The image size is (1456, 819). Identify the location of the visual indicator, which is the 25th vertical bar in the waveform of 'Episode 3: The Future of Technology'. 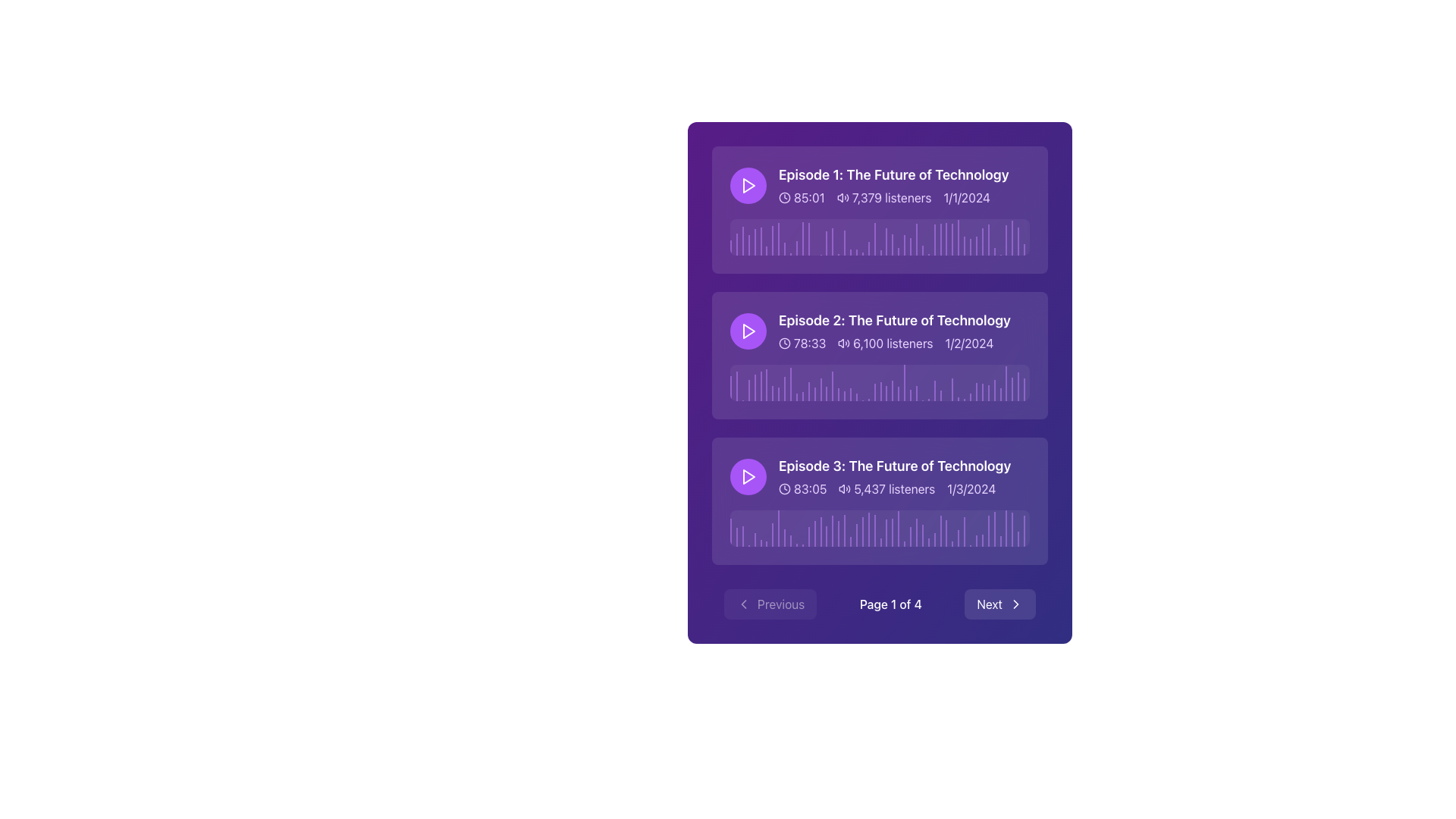
(874, 529).